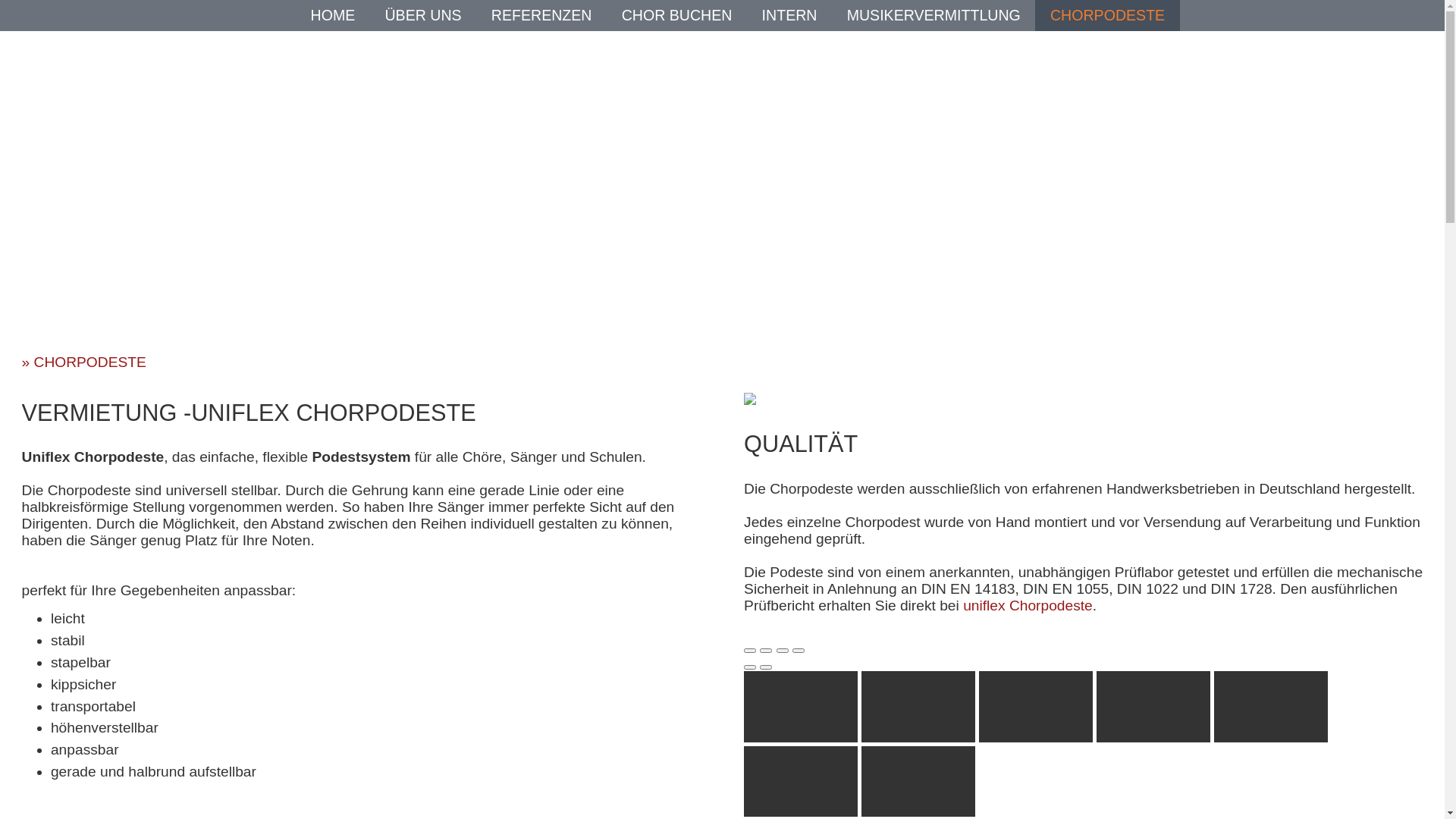 Image resolution: width=1456 pixels, height=819 pixels. I want to click on 'Share', so click(760, 649).